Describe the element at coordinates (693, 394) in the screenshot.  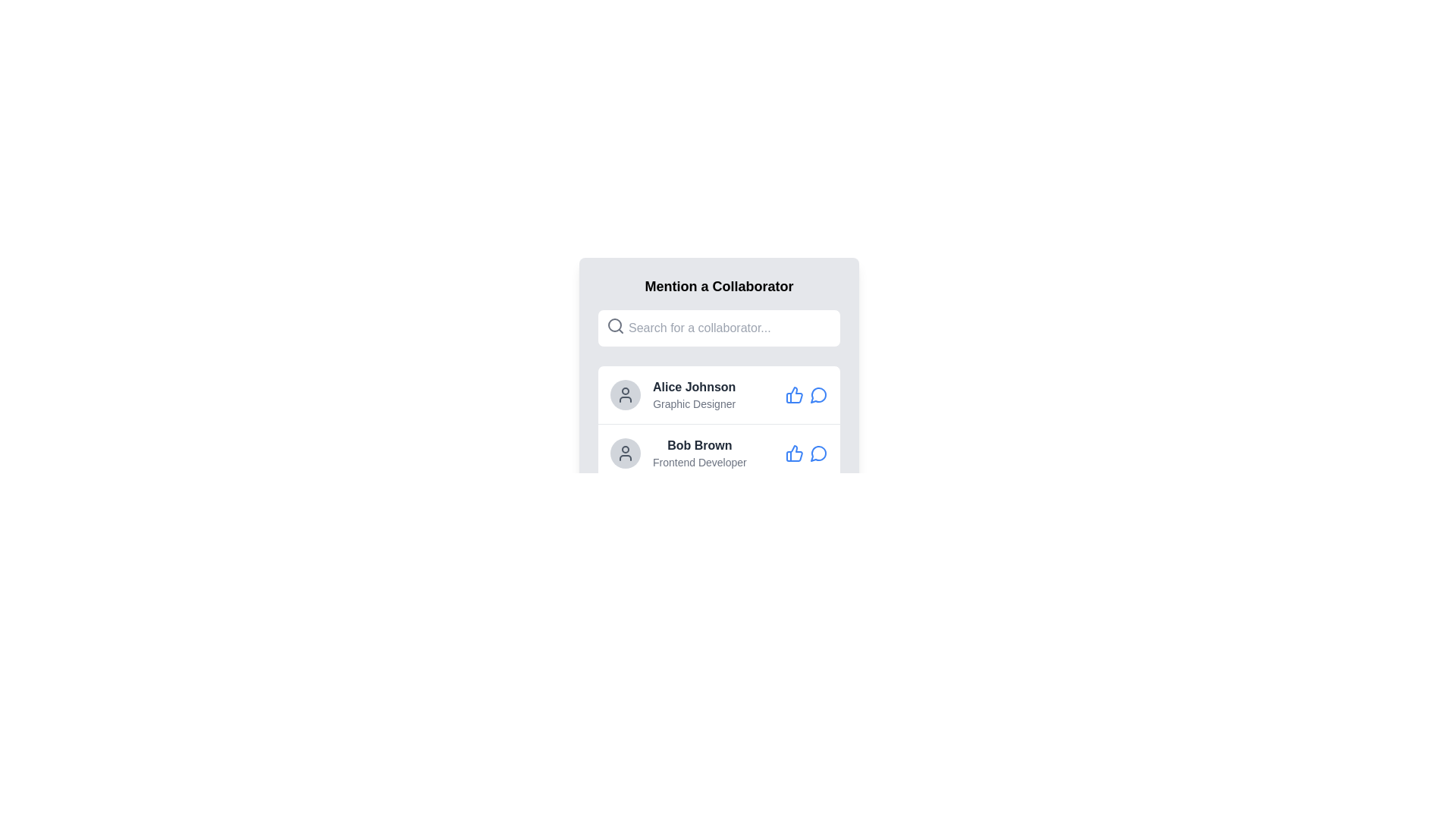
I see `the text-based informational display component showing 'Alice Johnson' and 'Graphic Designer' for information` at that location.